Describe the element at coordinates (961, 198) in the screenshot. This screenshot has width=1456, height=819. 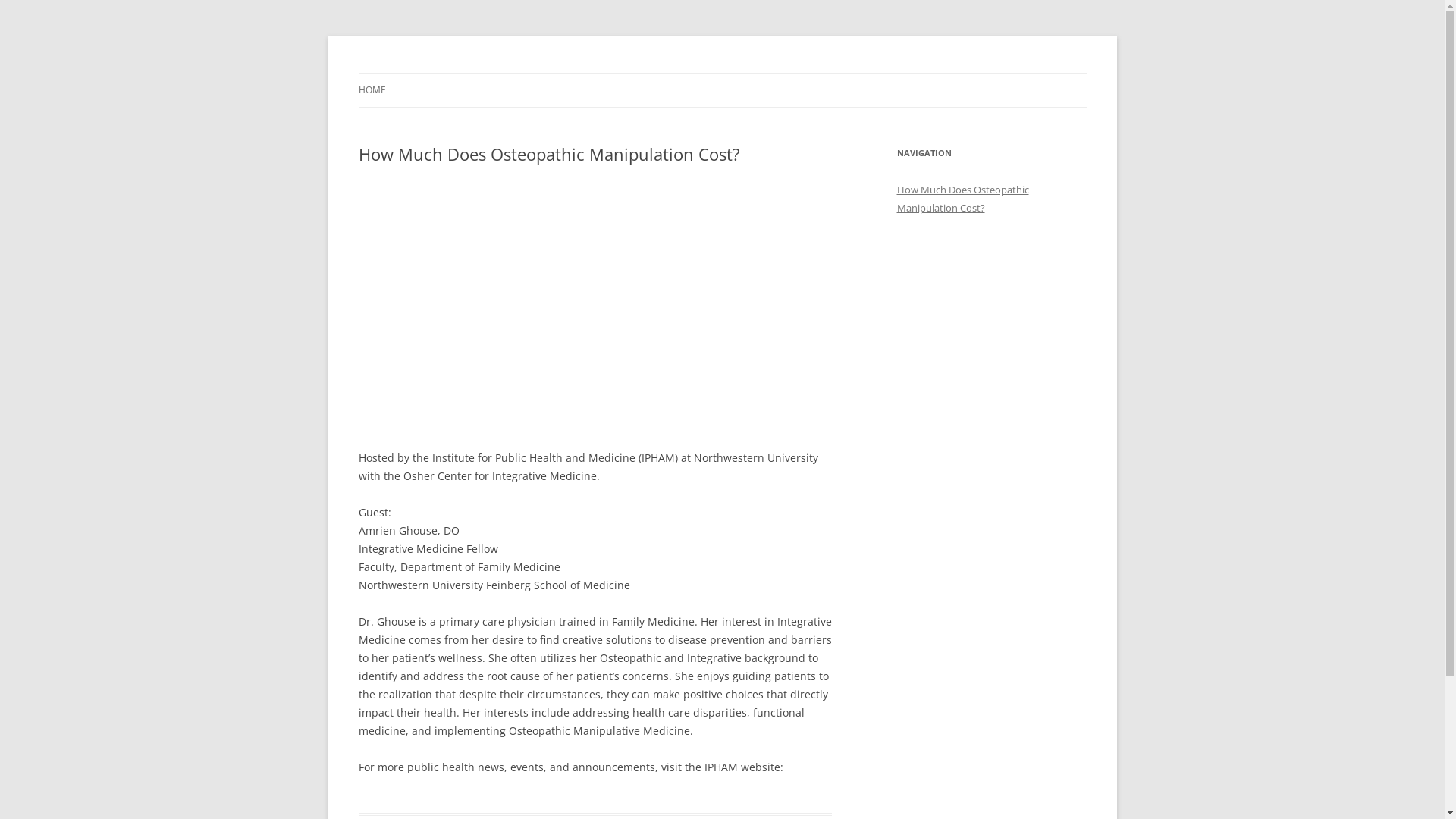
I see `'How Much Does Osteopathic Manipulation Cost?'` at that location.